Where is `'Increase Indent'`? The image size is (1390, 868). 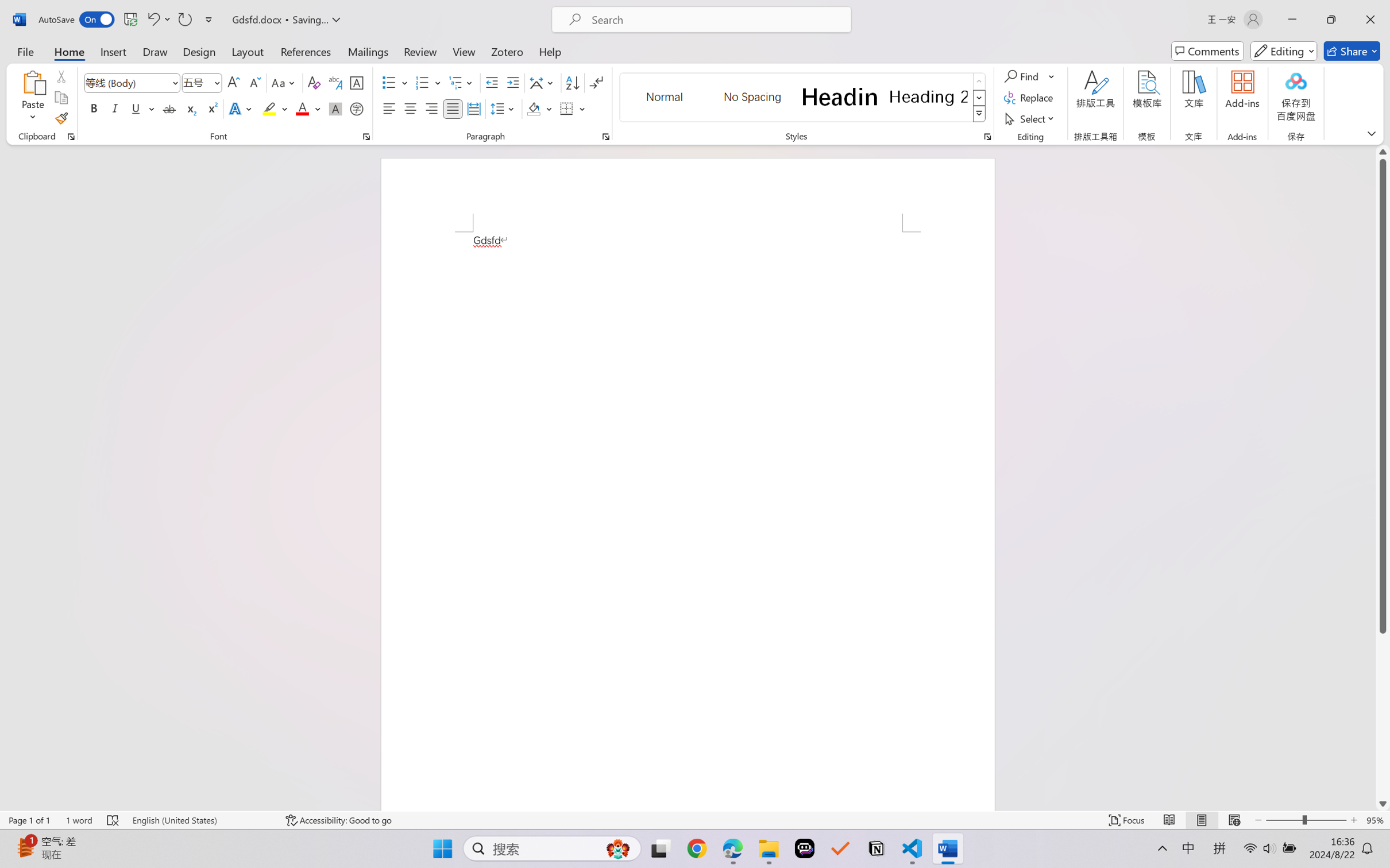 'Increase Indent' is located at coordinates (512, 83).